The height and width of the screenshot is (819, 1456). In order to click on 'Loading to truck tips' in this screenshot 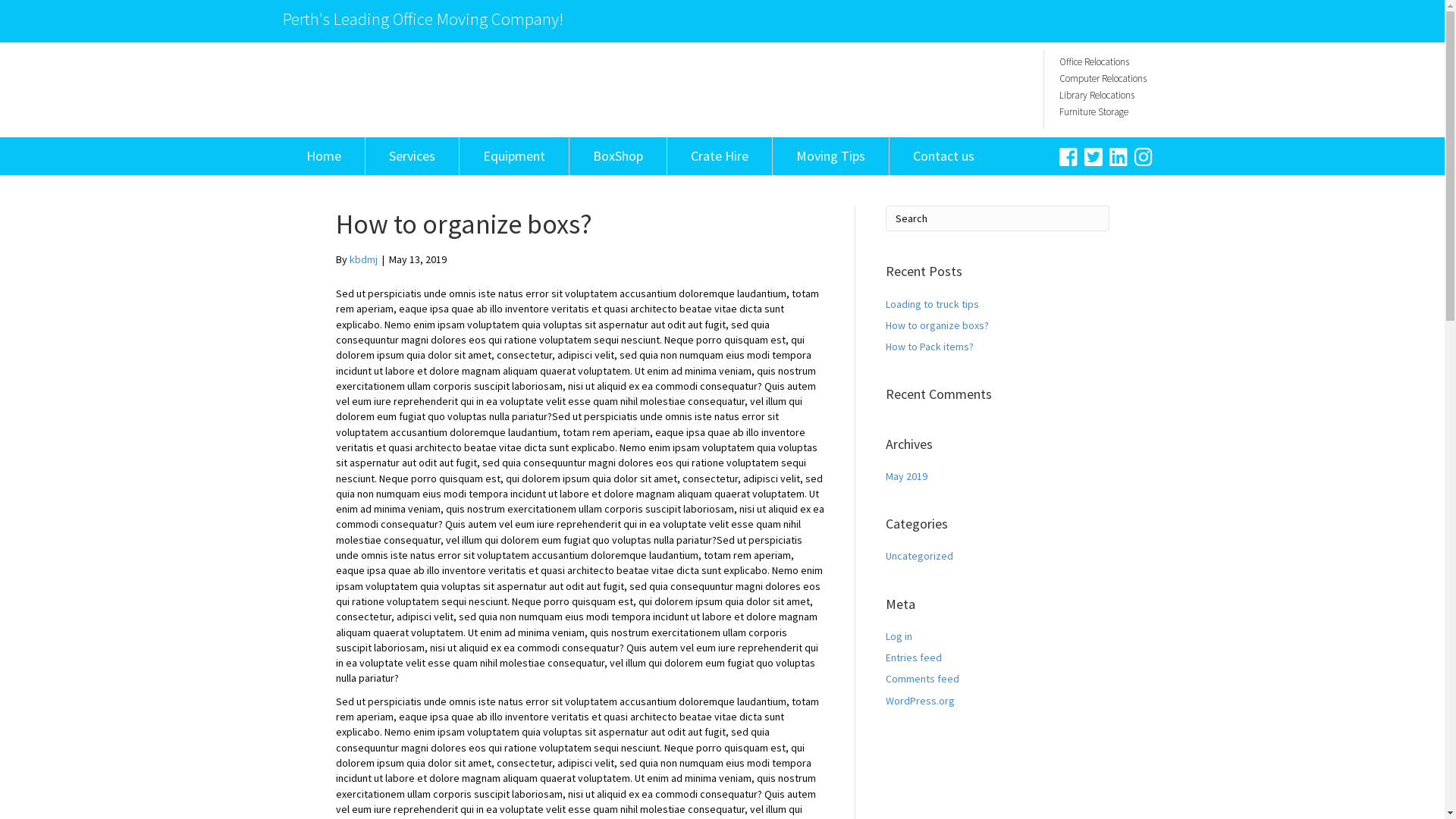, I will do `click(885, 304)`.